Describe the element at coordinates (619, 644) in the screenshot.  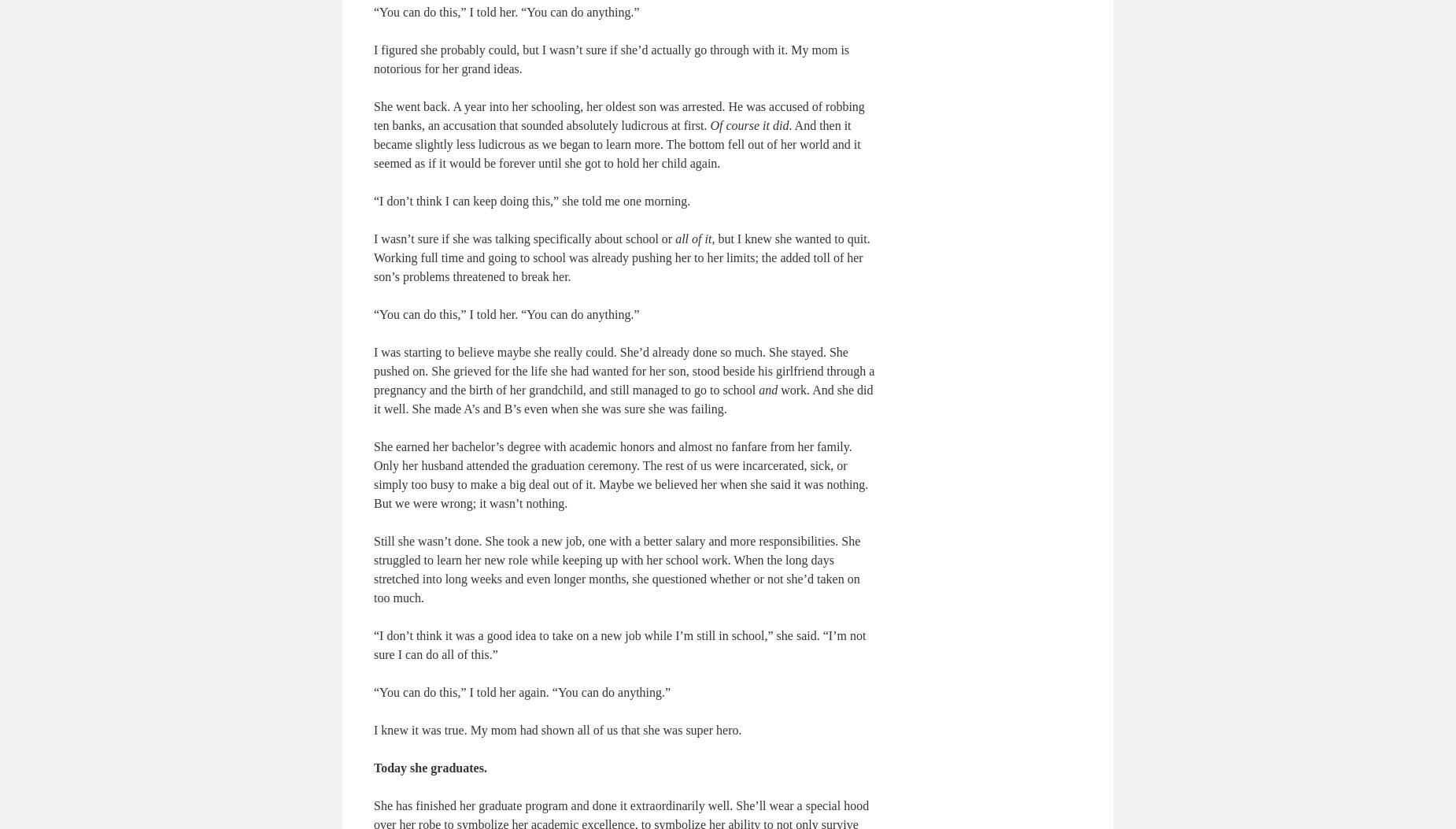
I see `'“I don’t think it was a good idea to take on a new job while I’m still in school,” she said. “I’m not sure I can do all of this.”'` at that location.